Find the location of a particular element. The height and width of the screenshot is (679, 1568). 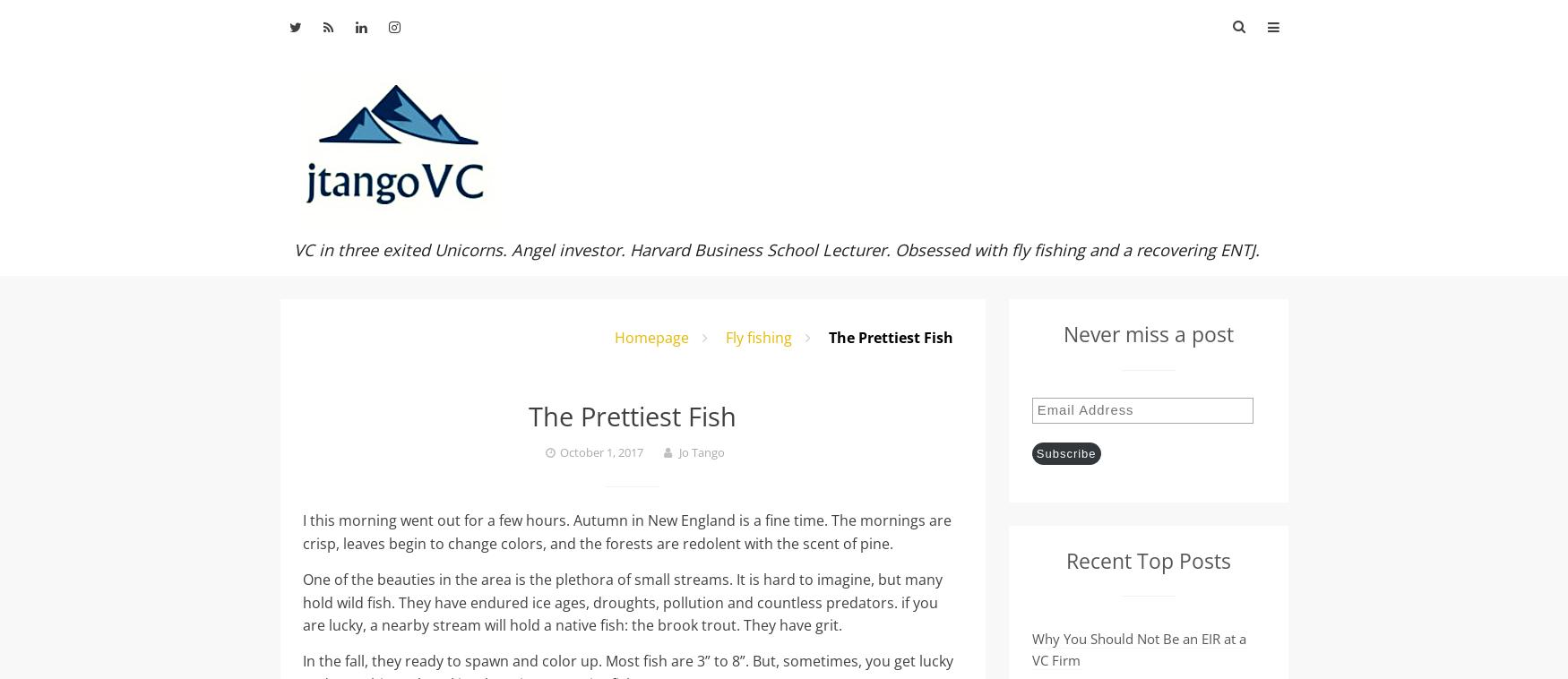

'October 1, 2017' is located at coordinates (599, 451).